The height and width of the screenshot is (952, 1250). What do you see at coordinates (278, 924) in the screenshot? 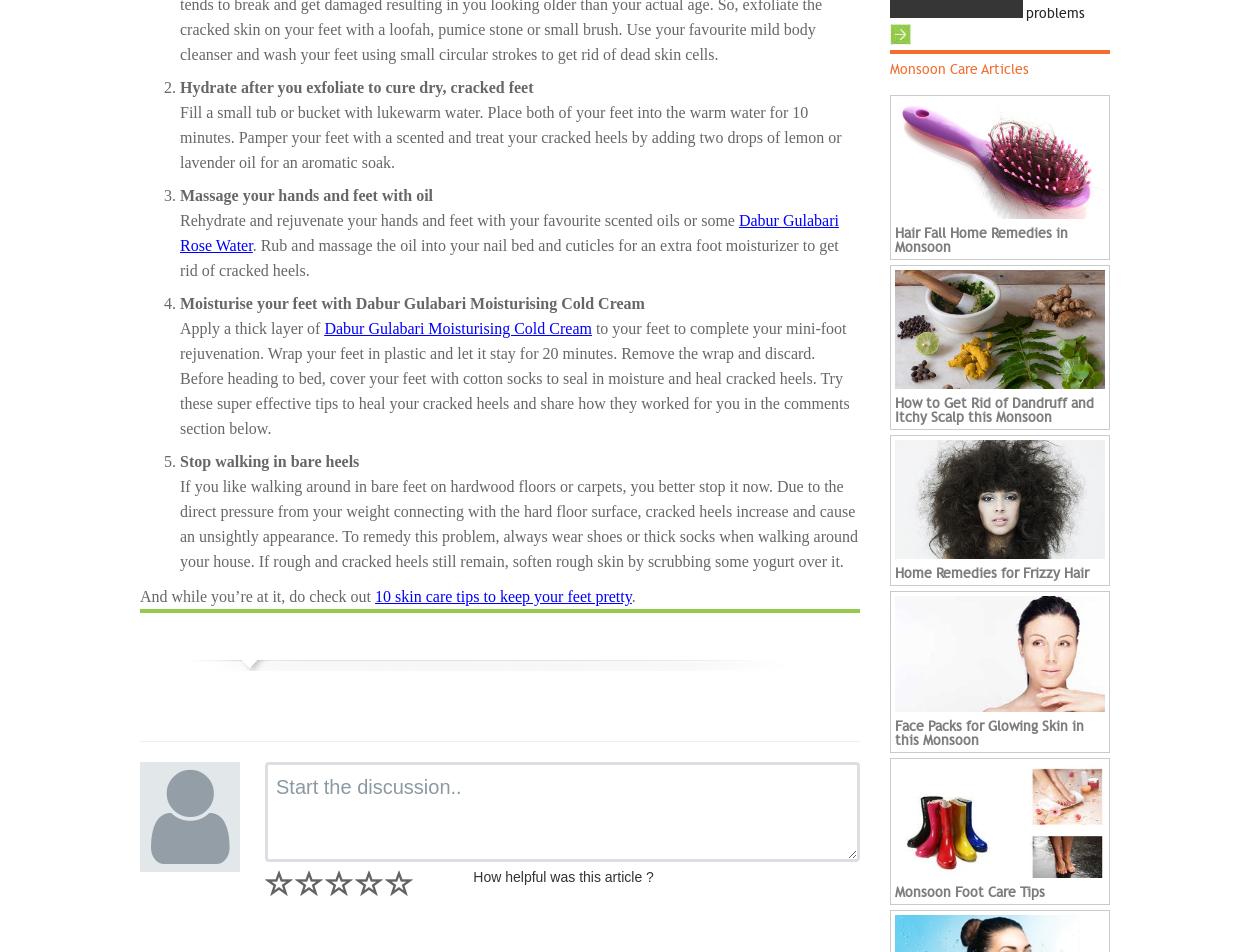
I see `'Not Rated'` at bounding box center [278, 924].